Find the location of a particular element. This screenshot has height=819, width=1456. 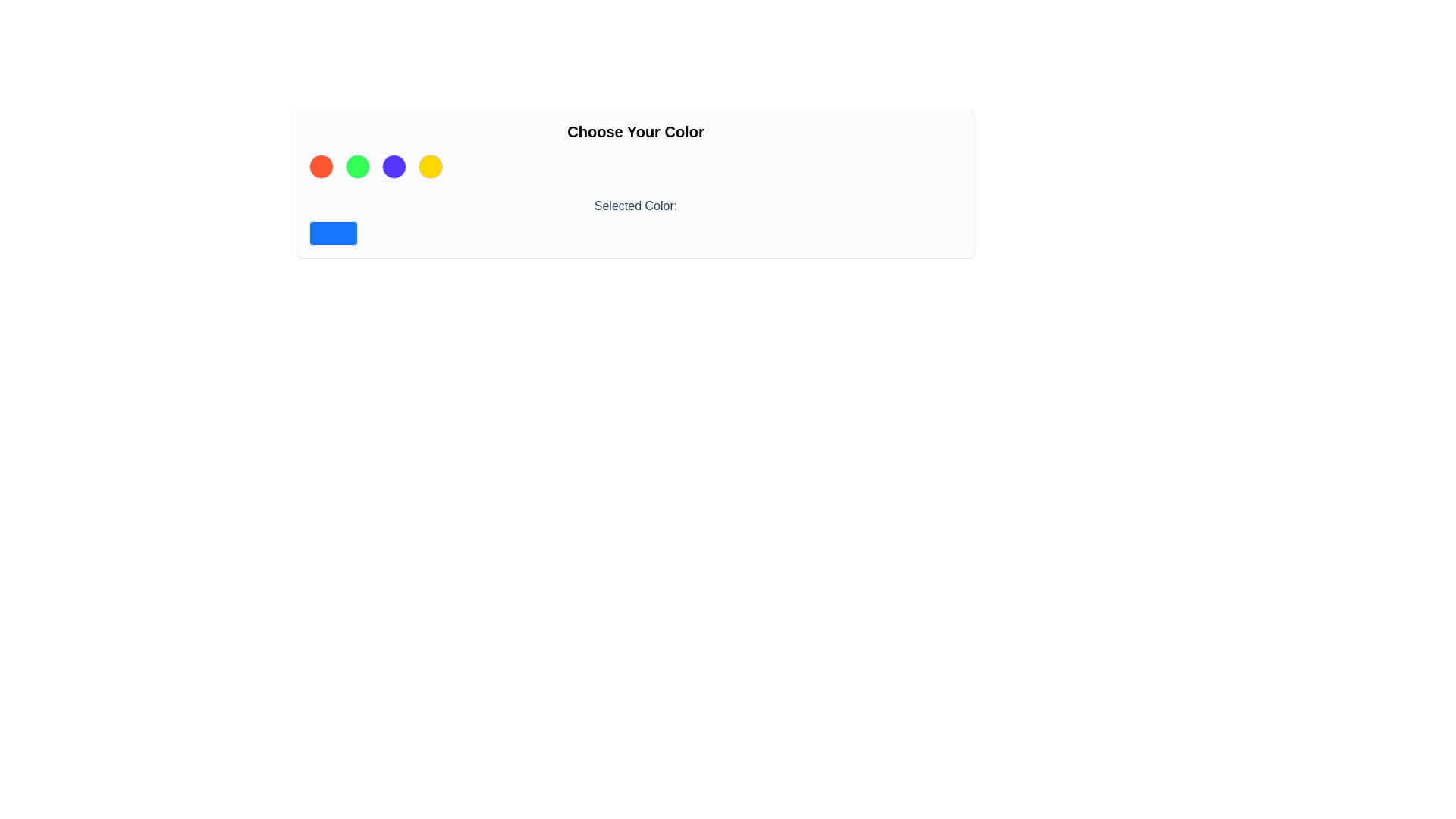

the solid purple circular button located between the green and yellow circles is located at coordinates (394, 166).